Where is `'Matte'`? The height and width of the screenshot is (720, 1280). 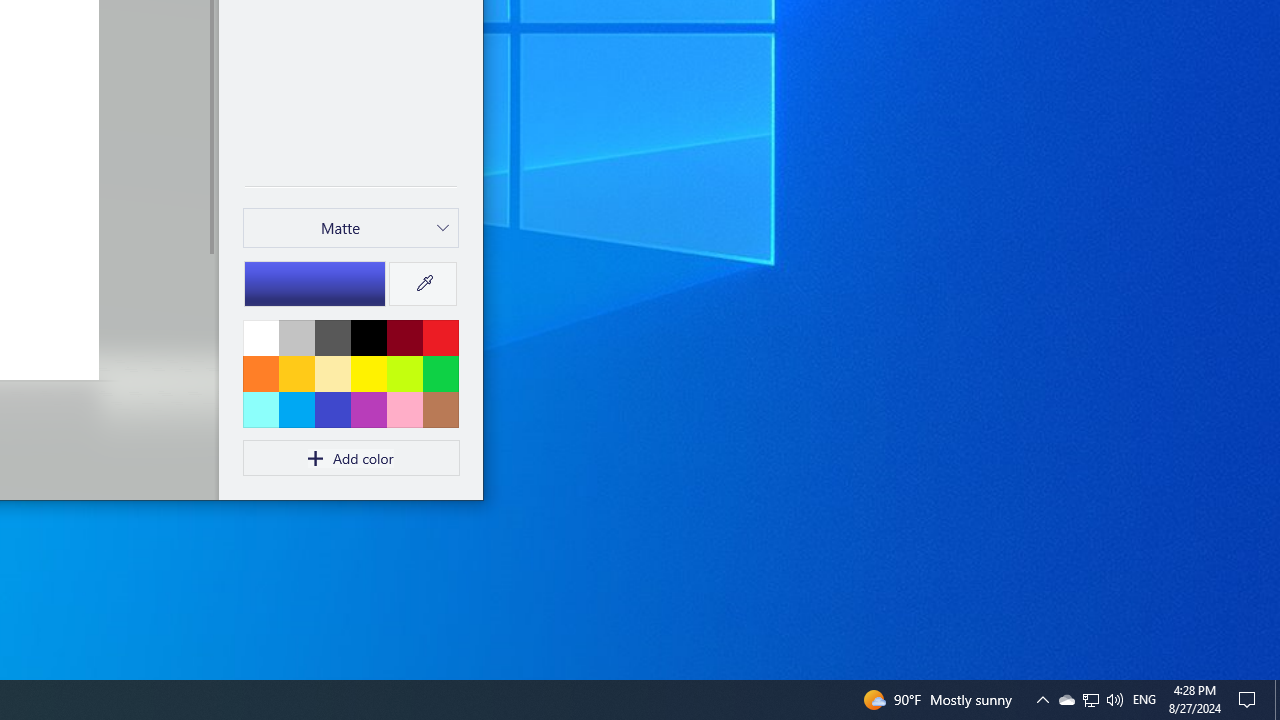
'Matte' is located at coordinates (341, 227).